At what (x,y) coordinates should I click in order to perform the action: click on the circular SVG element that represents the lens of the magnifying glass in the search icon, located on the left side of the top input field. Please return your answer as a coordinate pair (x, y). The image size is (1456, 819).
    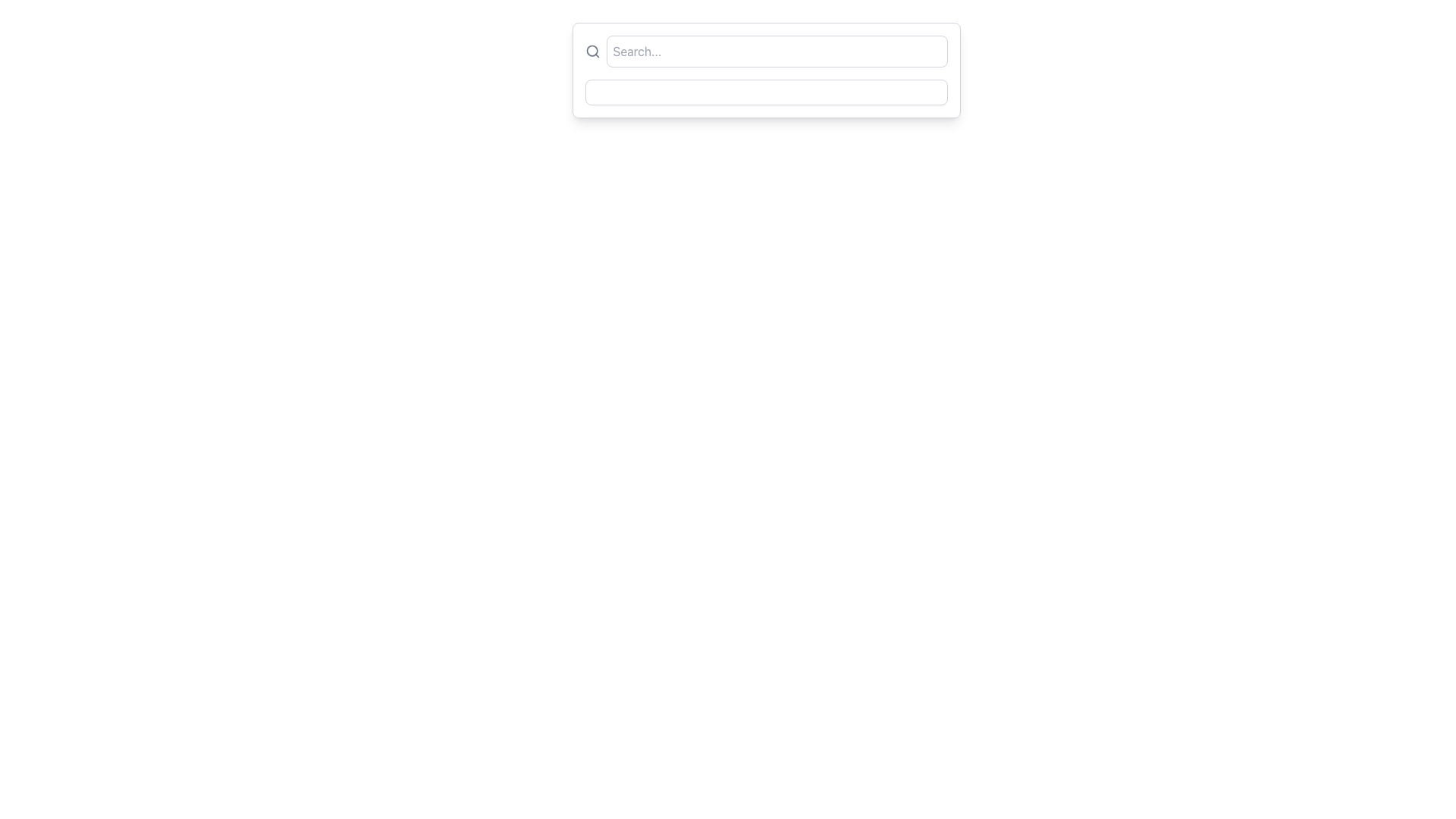
    Looking at the image, I should click on (591, 50).